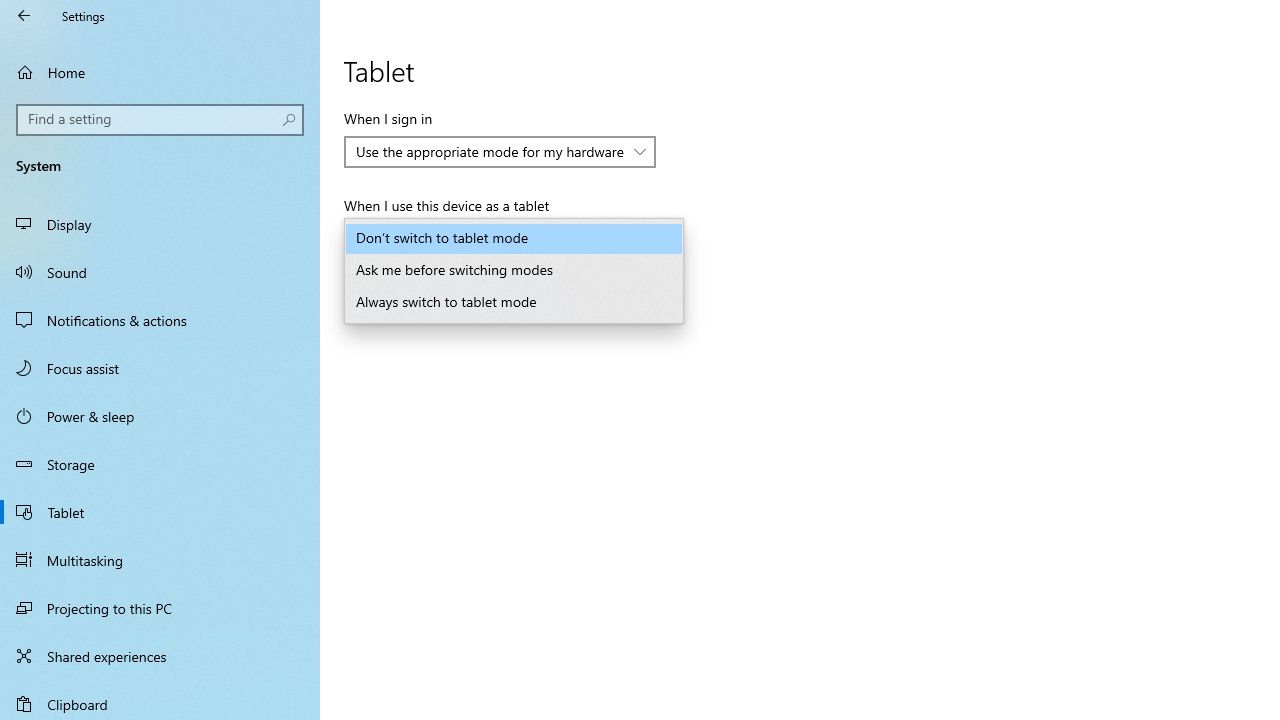  Describe the element at coordinates (160, 271) in the screenshot. I see `'Sound'` at that location.